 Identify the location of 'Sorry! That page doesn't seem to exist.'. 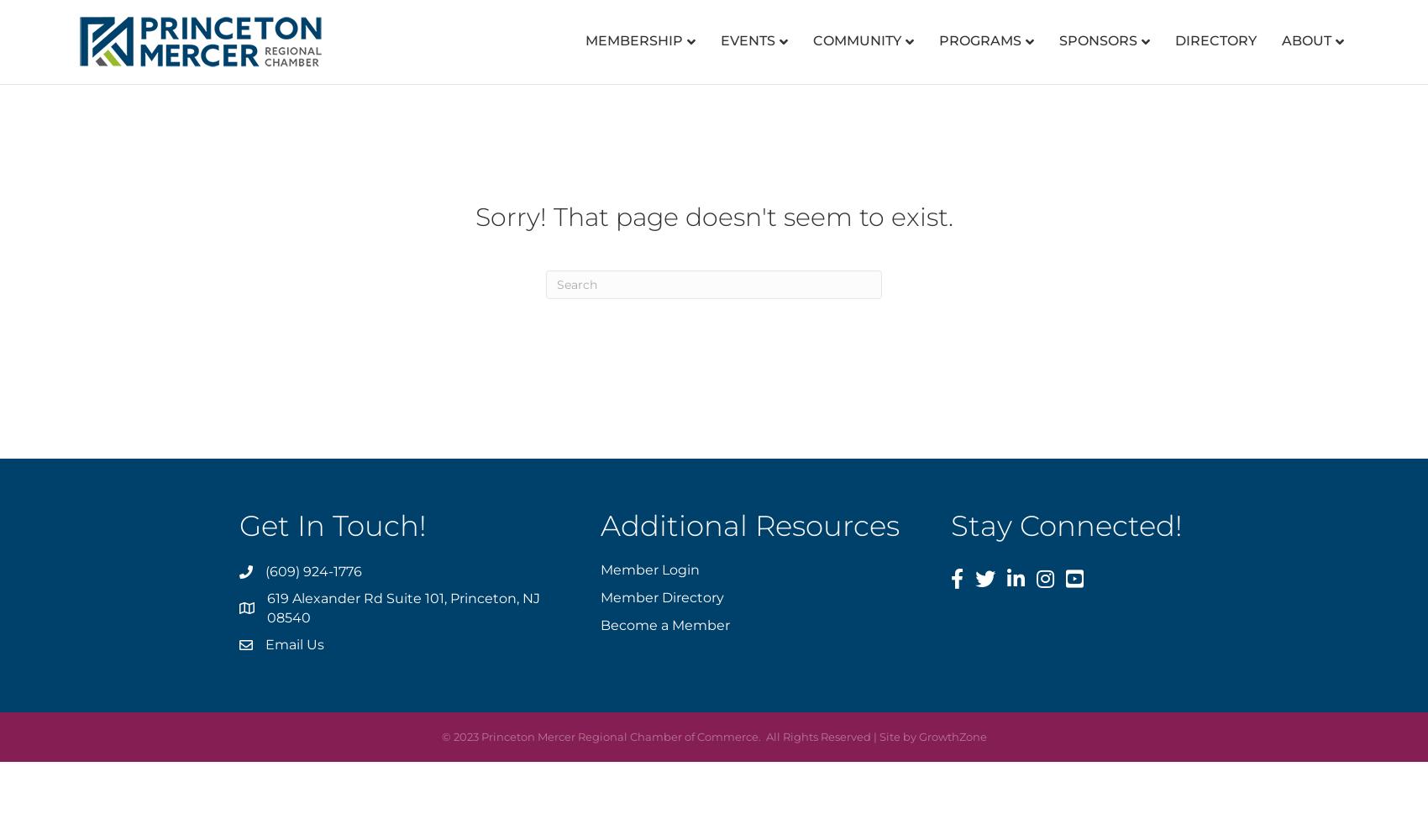
(712, 217).